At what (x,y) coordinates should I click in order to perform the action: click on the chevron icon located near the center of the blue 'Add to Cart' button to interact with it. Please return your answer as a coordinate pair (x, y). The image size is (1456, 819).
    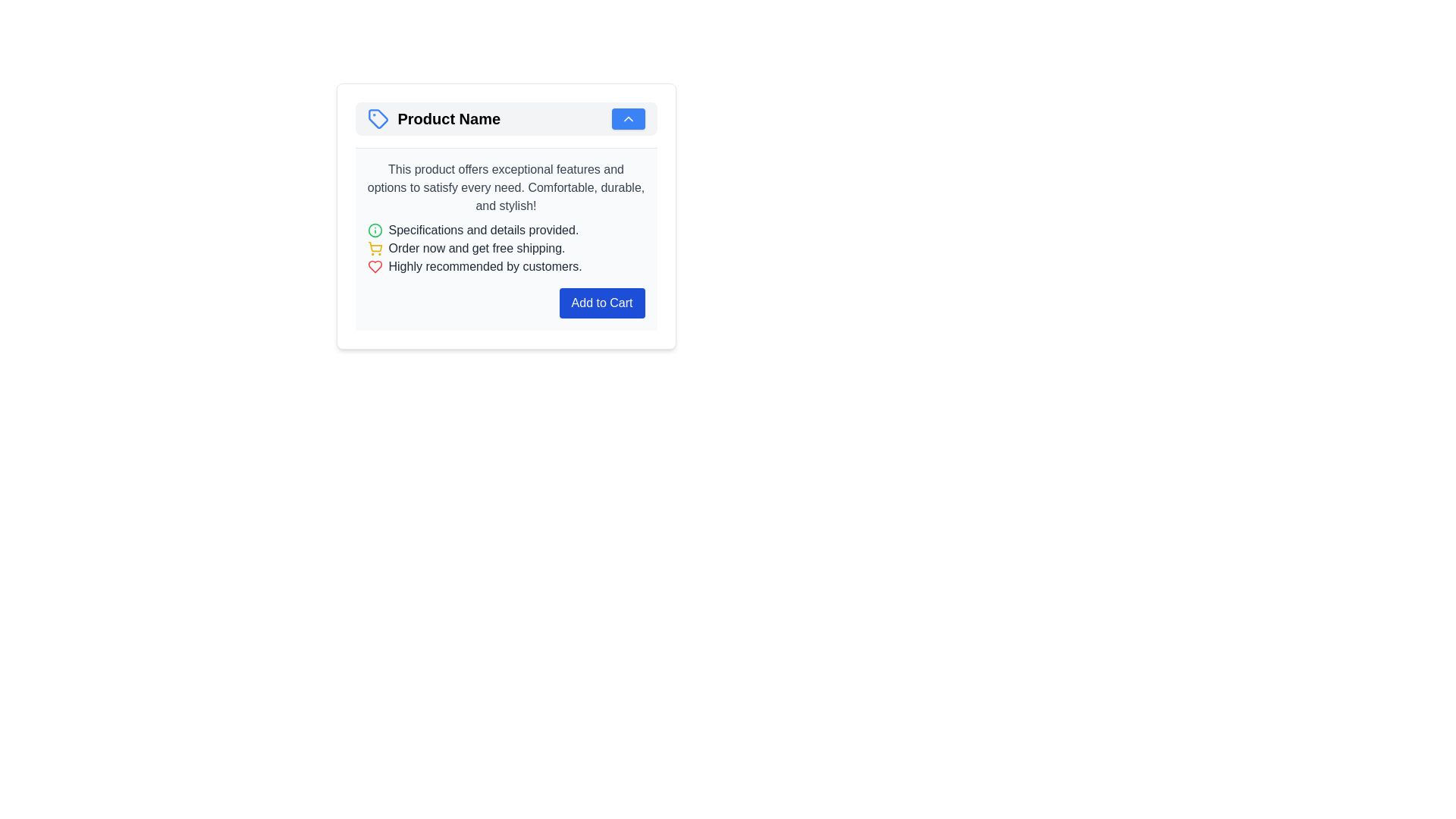
    Looking at the image, I should click on (628, 118).